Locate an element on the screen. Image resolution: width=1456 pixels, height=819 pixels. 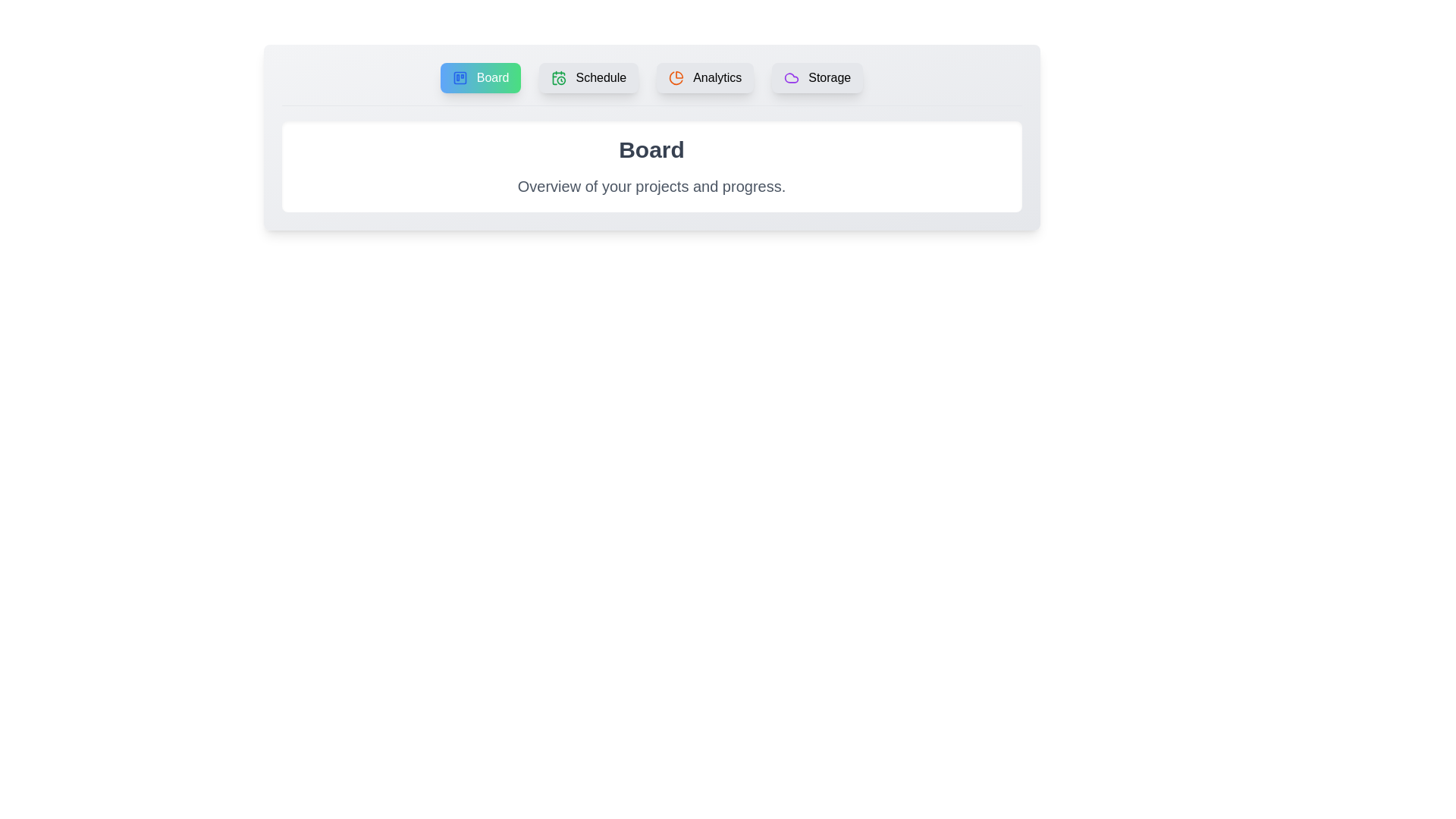
the tab corresponding to Schedule in the tab menu is located at coordinates (588, 78).